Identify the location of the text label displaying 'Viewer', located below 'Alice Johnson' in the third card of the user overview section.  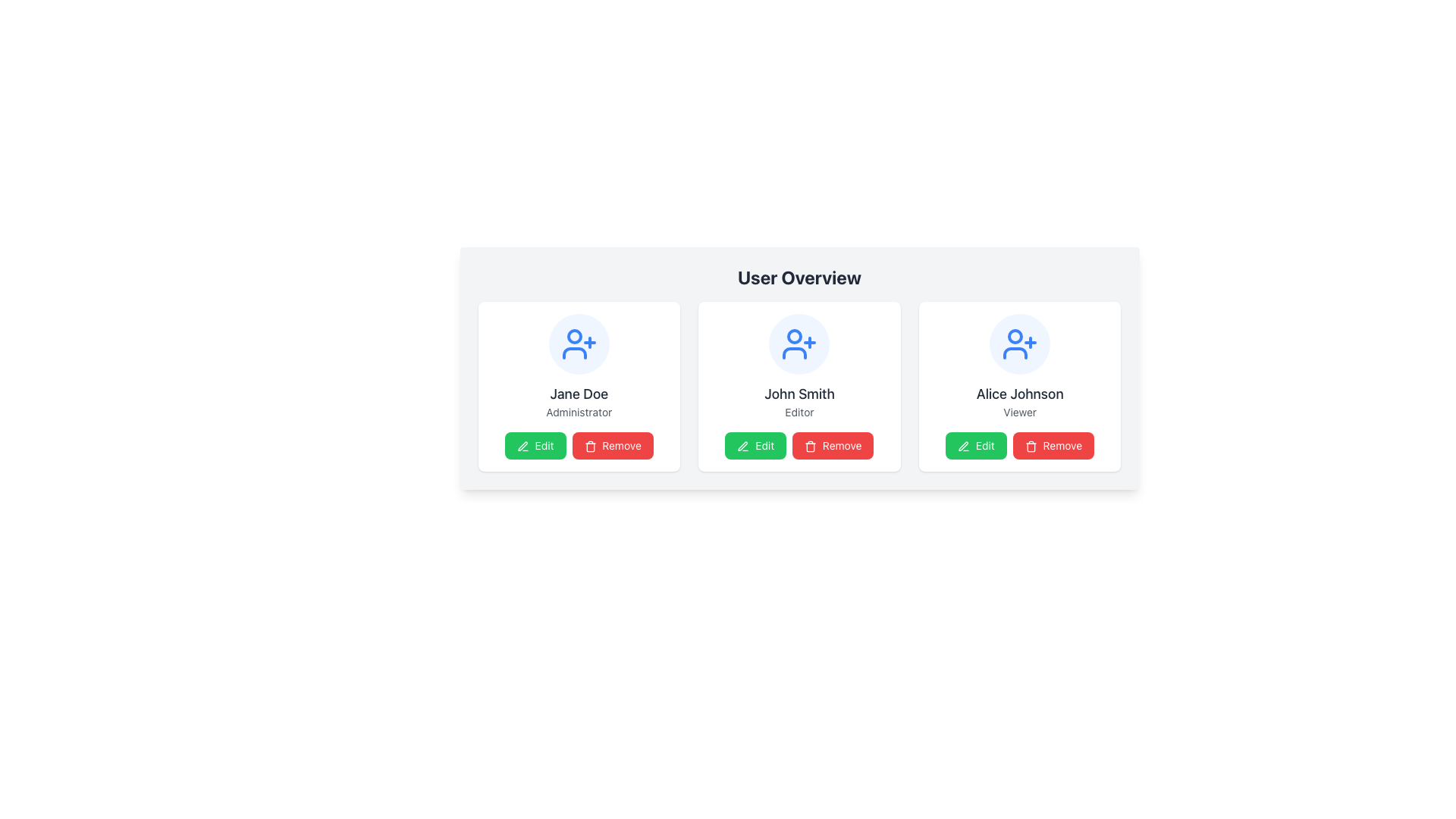
(1020, 412).